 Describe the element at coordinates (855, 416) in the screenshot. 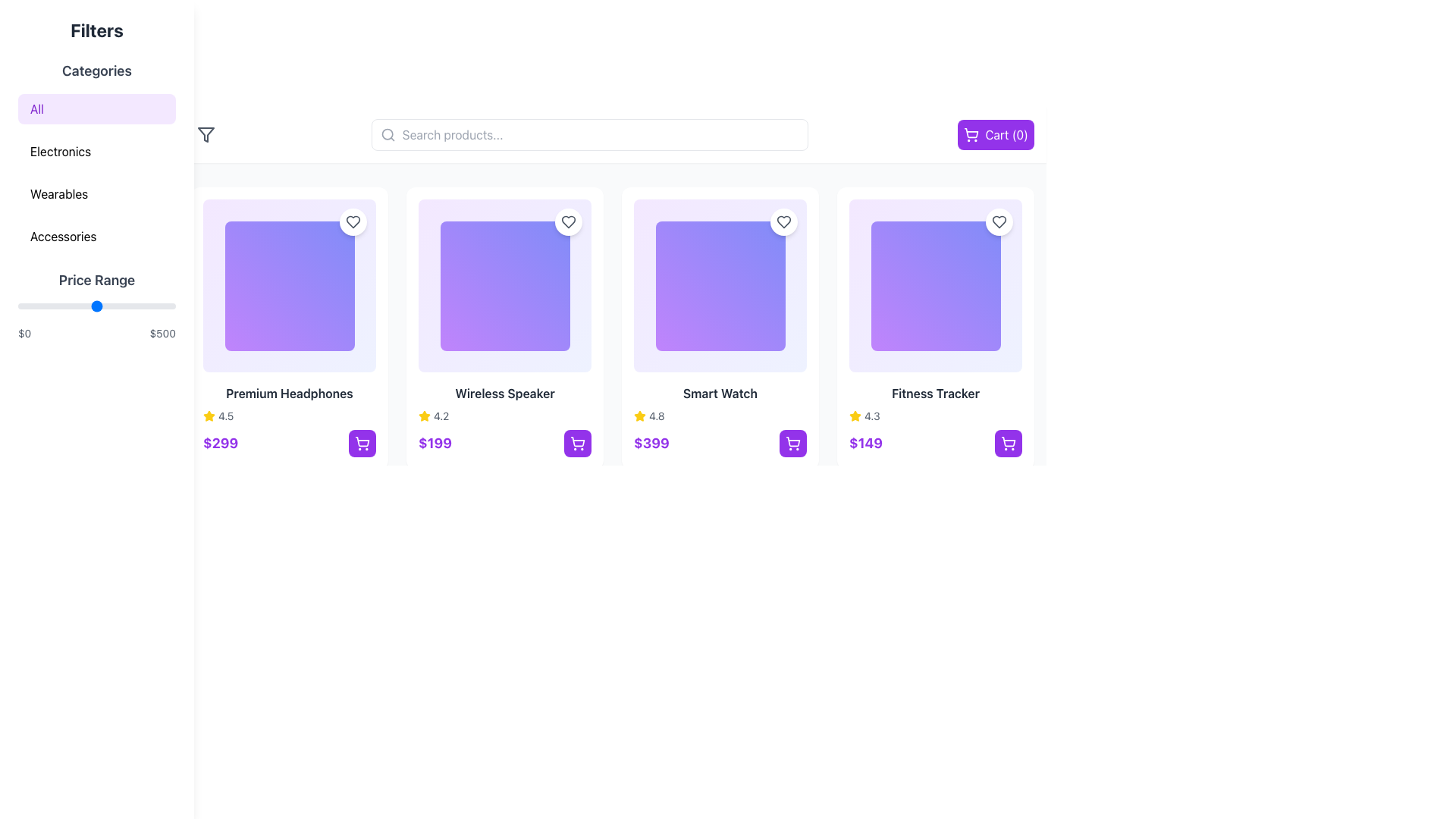

I see `the star icon that visually represents the rating of the fitness tracker product, located directly to the left of the text '4.3'` at that location.